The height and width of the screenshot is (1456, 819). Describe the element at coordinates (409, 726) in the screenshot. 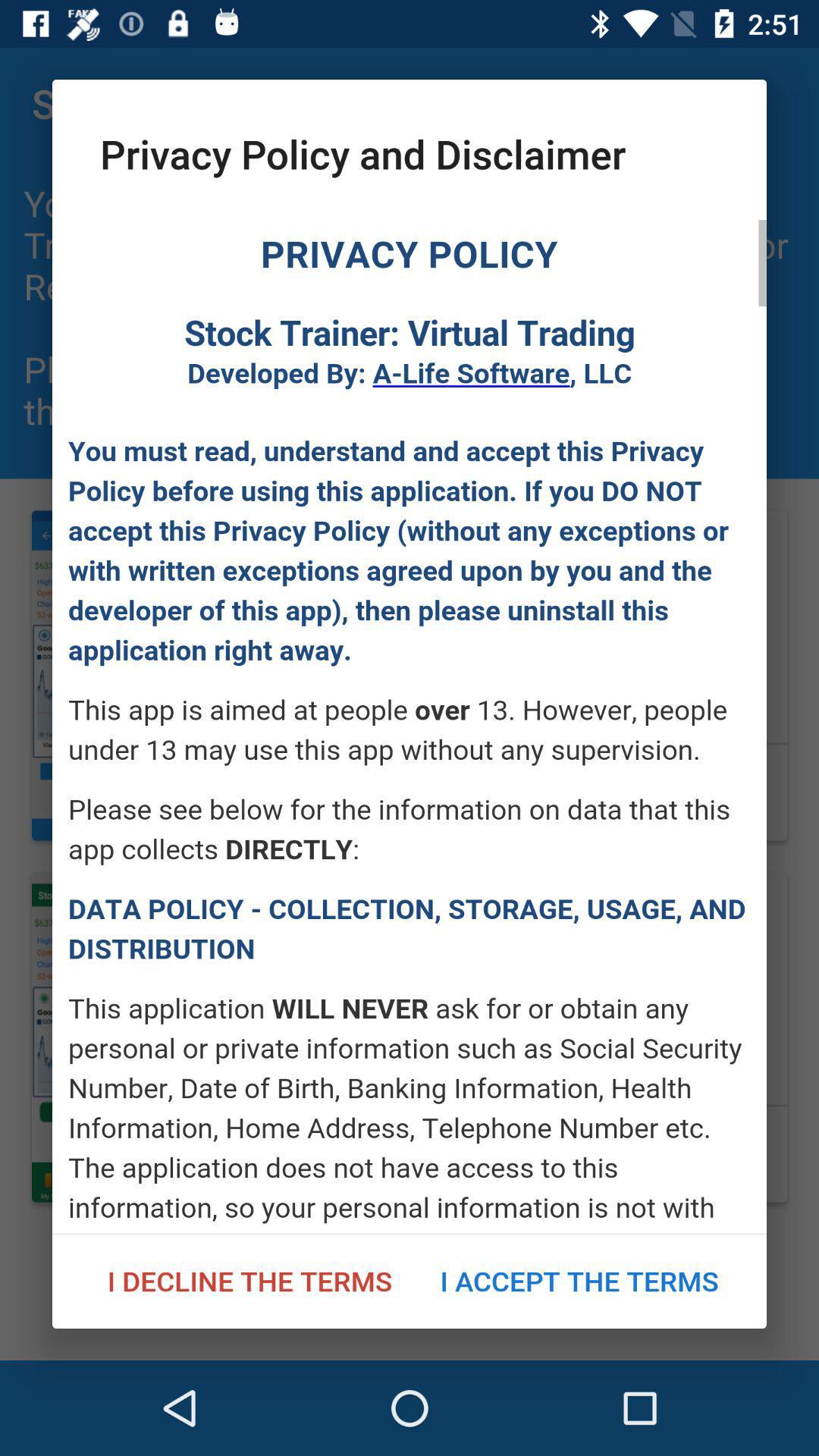

I see `click the description` at that location.